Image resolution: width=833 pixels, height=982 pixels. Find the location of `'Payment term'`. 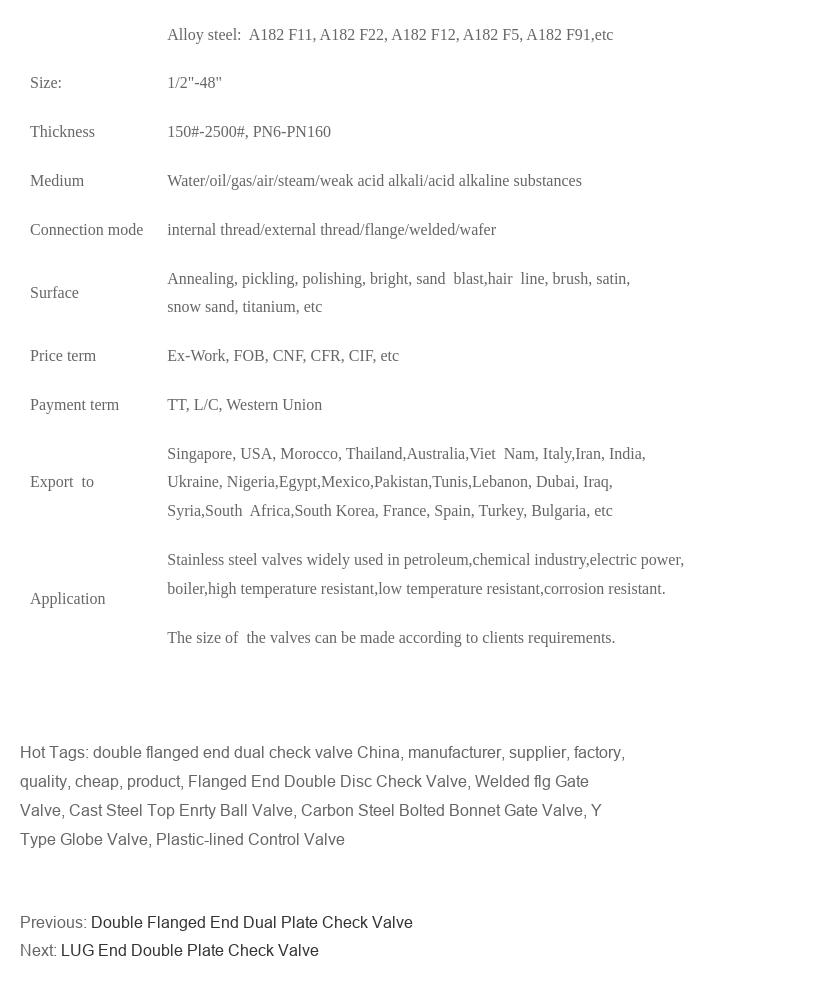

'Payment term' is located at coordinates (29, 403).